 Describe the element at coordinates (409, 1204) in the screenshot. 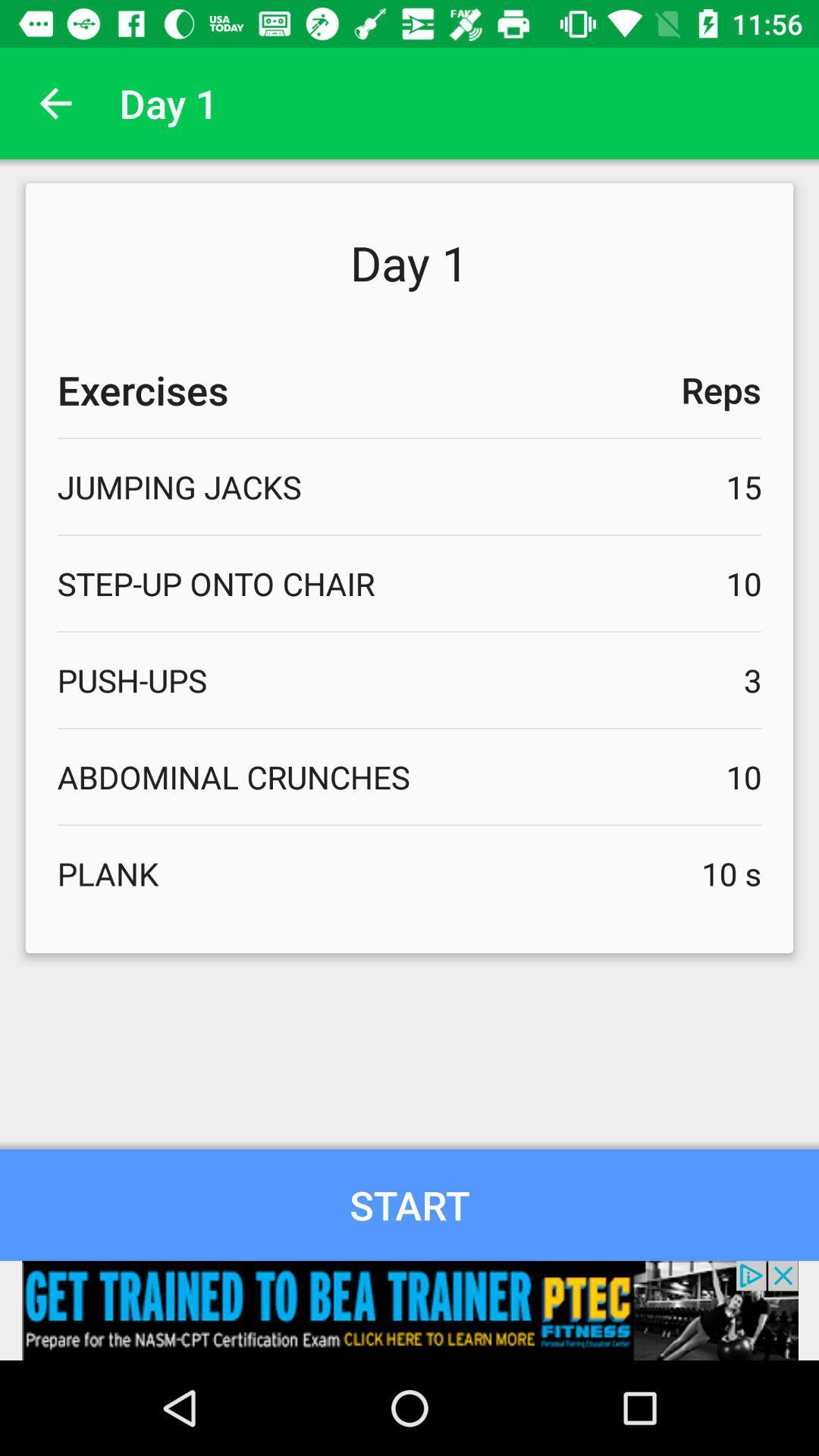

I see `start the exercise` at that location.